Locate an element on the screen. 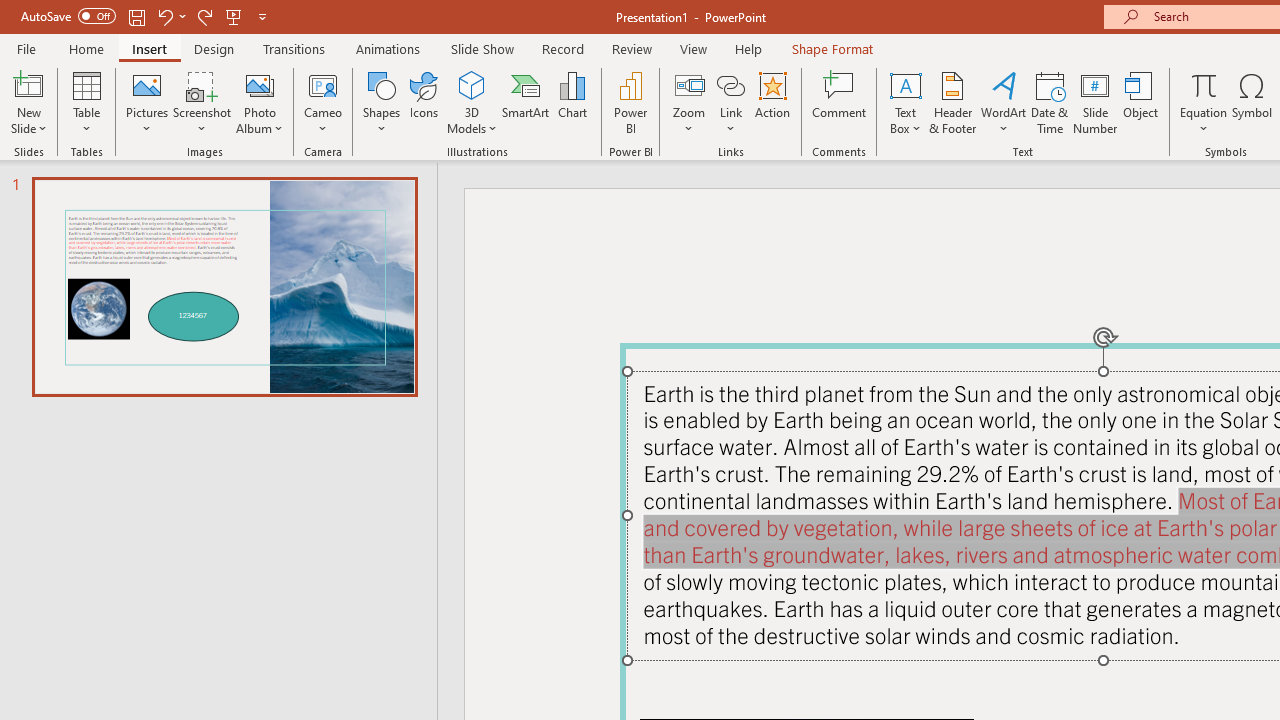 Image resolution: width=1280 pixels, height=720 pixels. '3D Models' is located at coordinates (471, 84).